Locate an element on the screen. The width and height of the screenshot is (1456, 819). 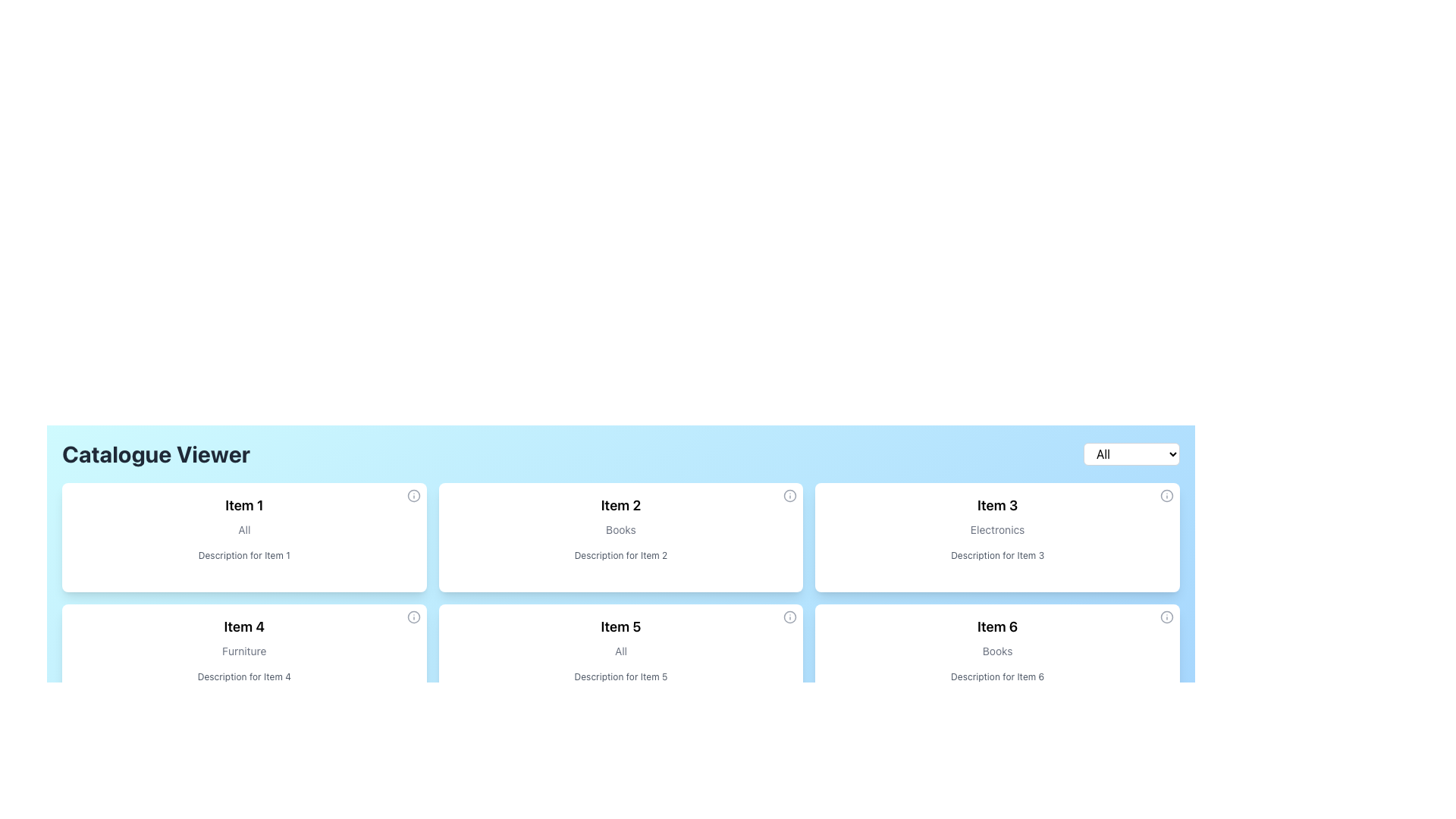
the card displaying the catalog item that is positioned in the second column of the grid layout, between 'Item 1' and 'Item 3' is located at coordinates (621, 537).